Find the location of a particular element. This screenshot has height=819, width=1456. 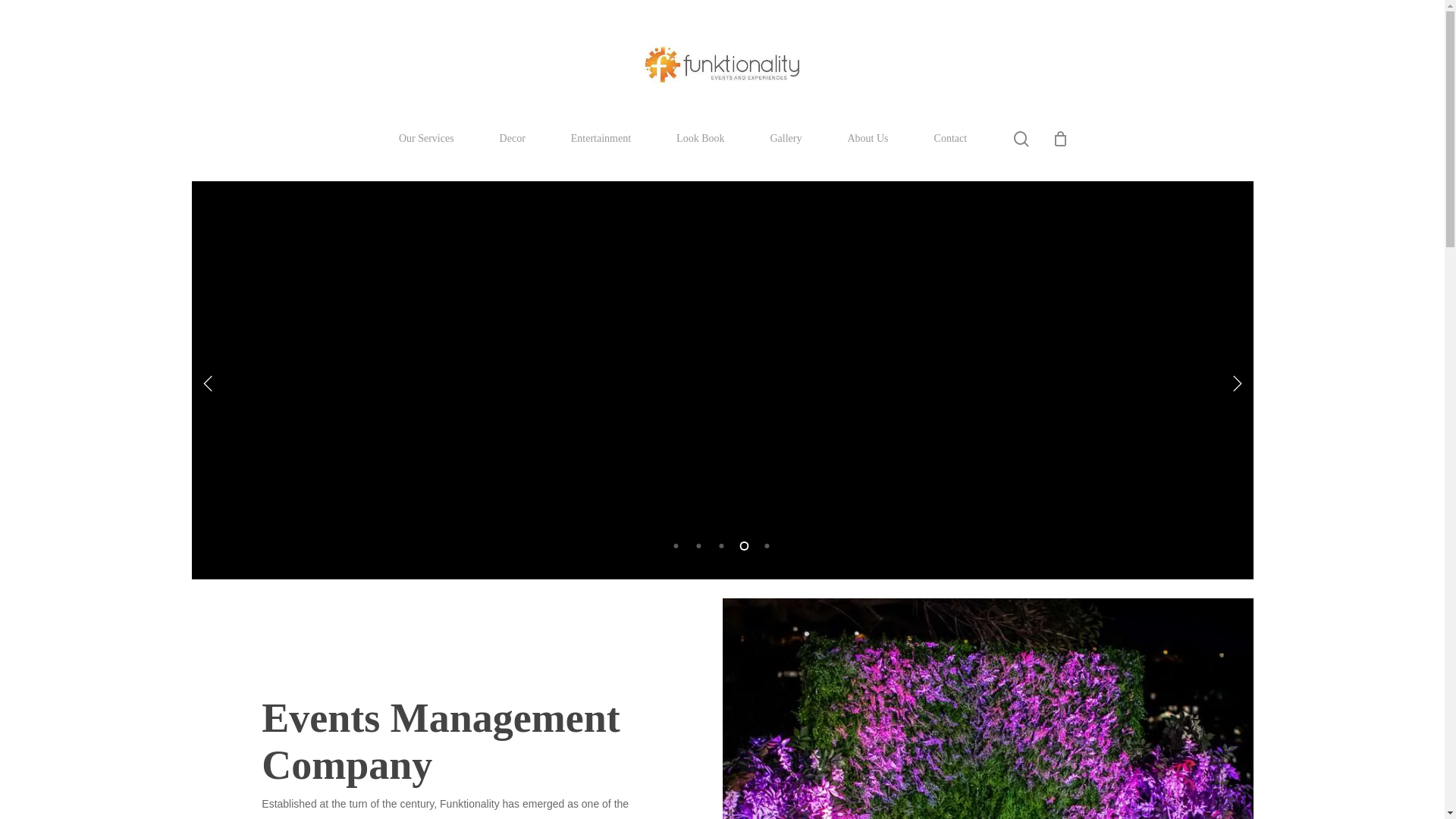

'About Us' is located at coordinates (867, 138).